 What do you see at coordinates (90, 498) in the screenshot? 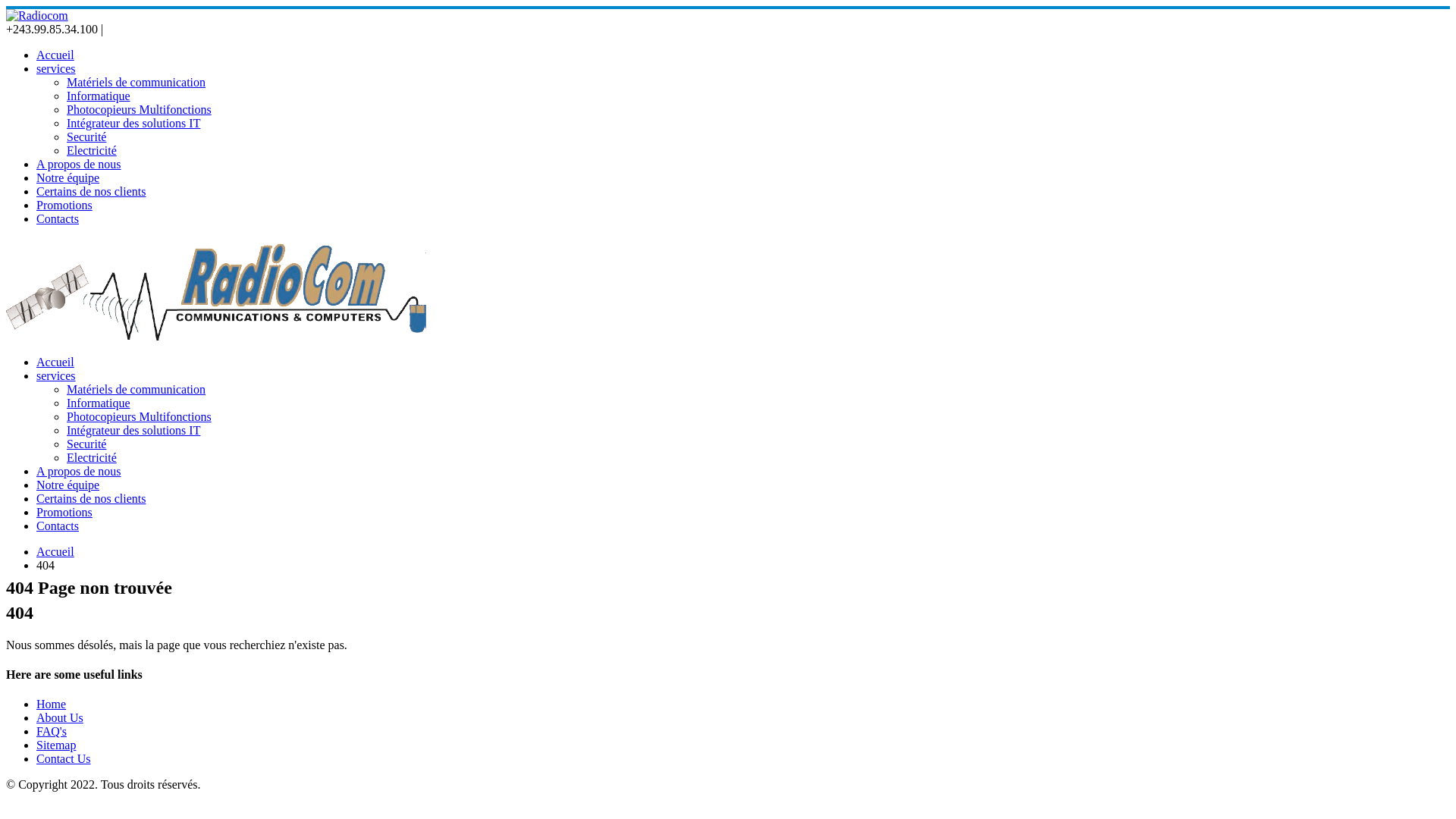
I see `'Certains de nos clients'` at bounding box center [90, 498].